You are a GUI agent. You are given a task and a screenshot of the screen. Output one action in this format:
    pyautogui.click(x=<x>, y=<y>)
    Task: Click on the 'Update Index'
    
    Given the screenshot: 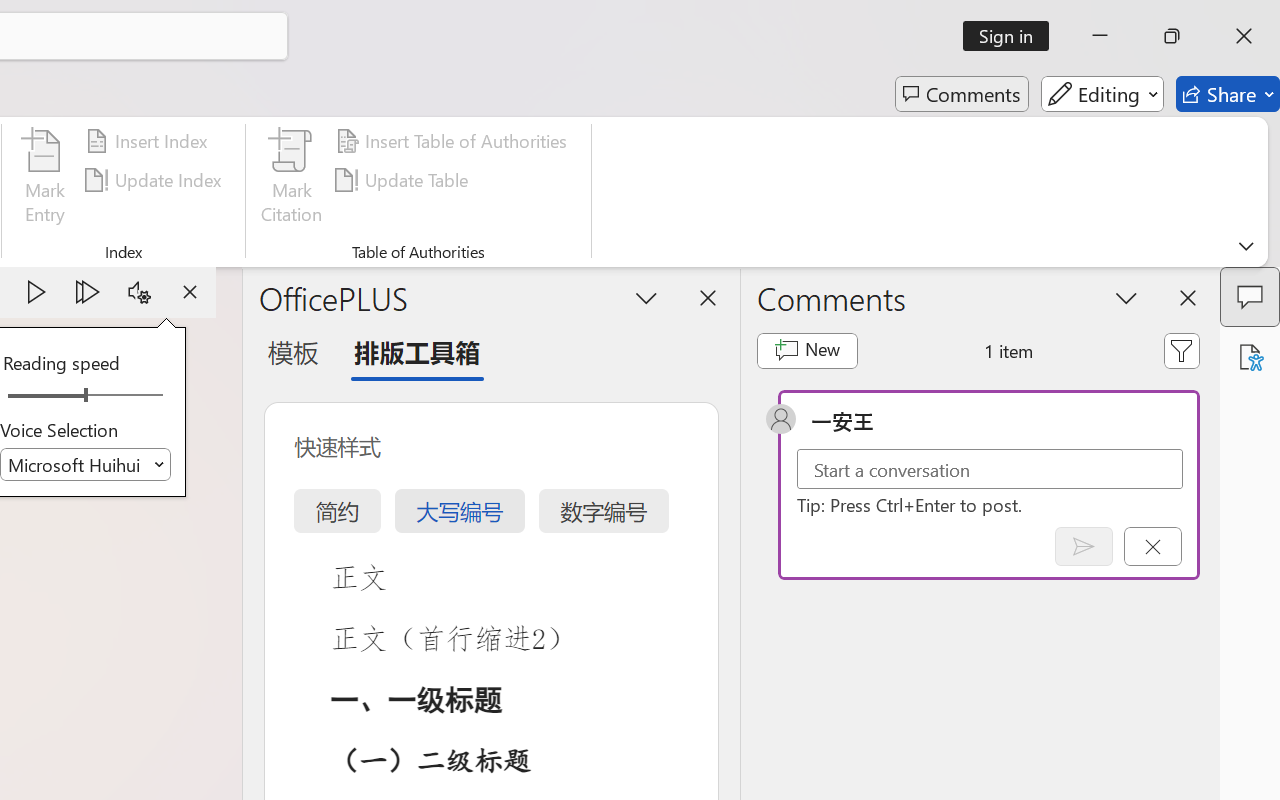 What is the action you would take?
    pyautogui.click(x=155, y=179)
    